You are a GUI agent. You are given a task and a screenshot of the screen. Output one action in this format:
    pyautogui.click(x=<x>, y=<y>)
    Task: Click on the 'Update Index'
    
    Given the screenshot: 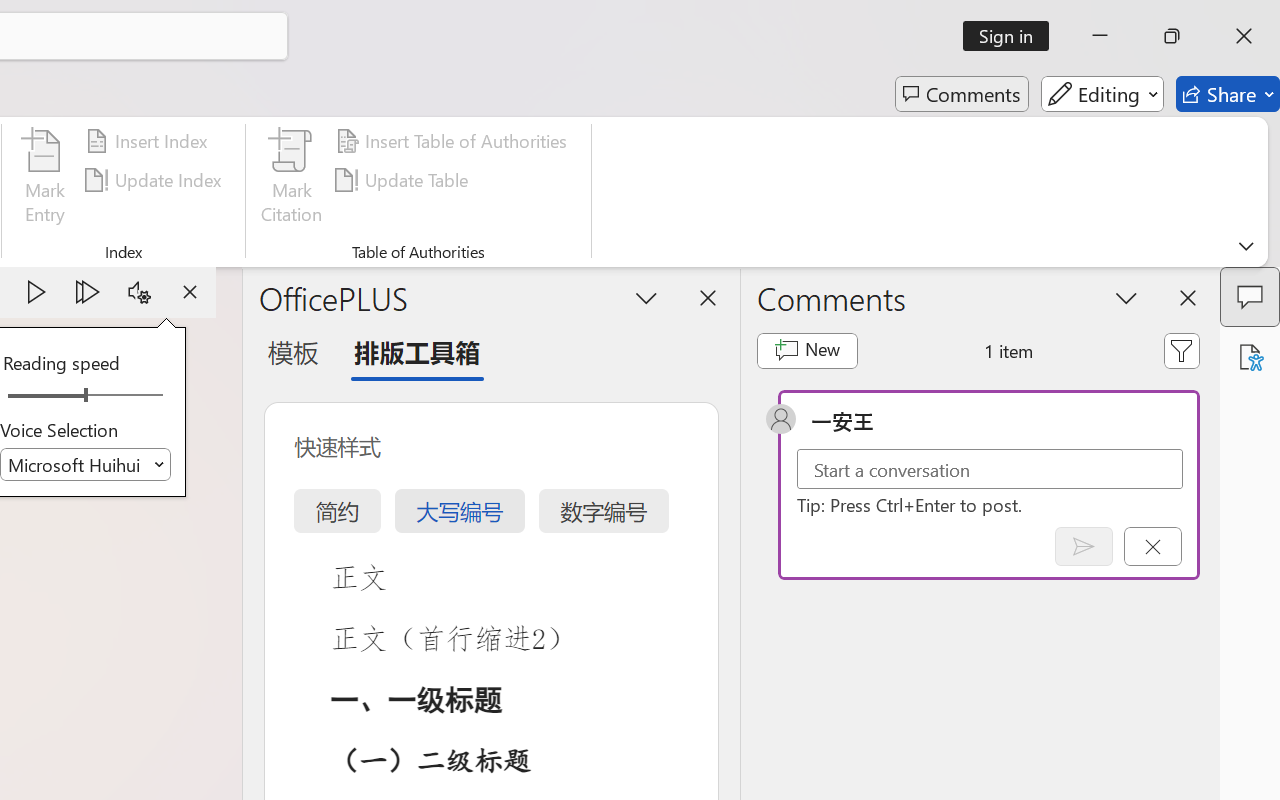 What is the action you would take?
    pyautogui.click(x=155, y=179)
    